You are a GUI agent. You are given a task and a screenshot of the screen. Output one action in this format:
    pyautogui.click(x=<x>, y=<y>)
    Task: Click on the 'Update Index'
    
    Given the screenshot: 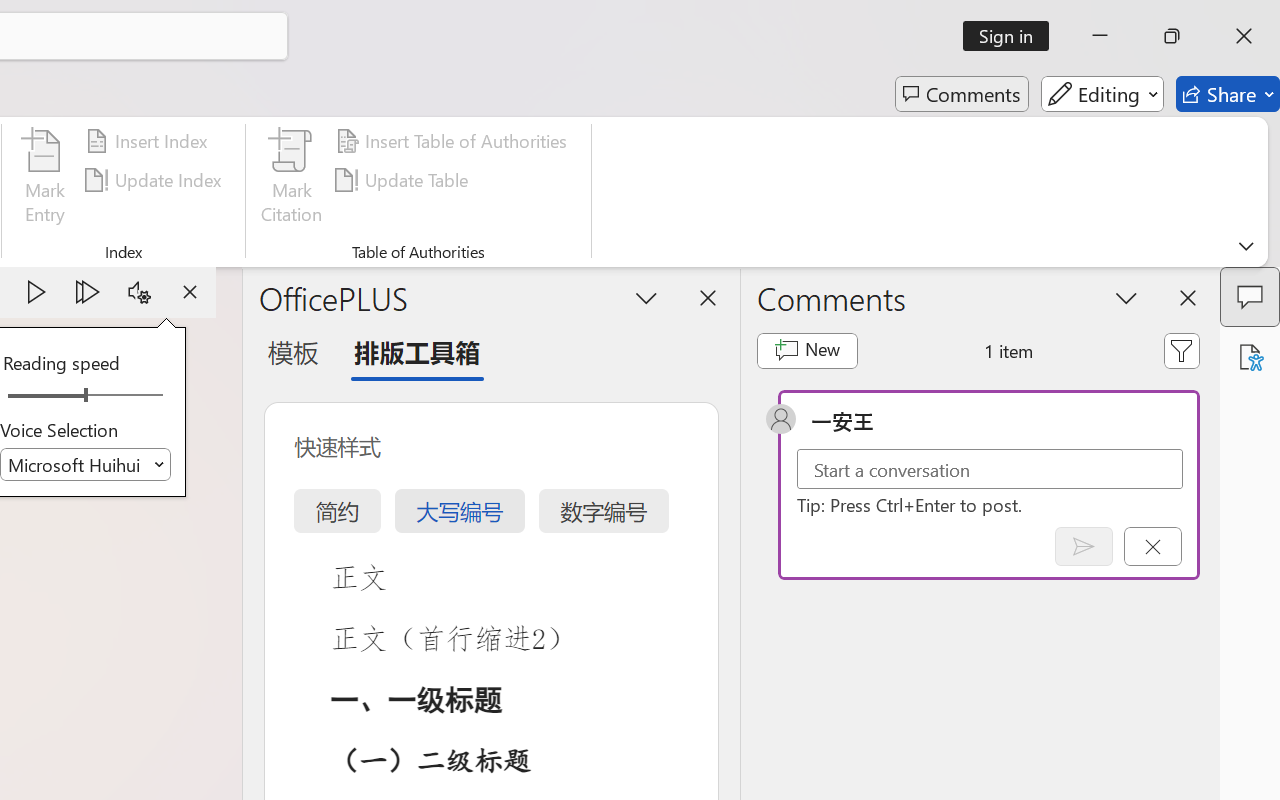 What is the action you would take?
    pyautogui.click(x=155, y=179)
    